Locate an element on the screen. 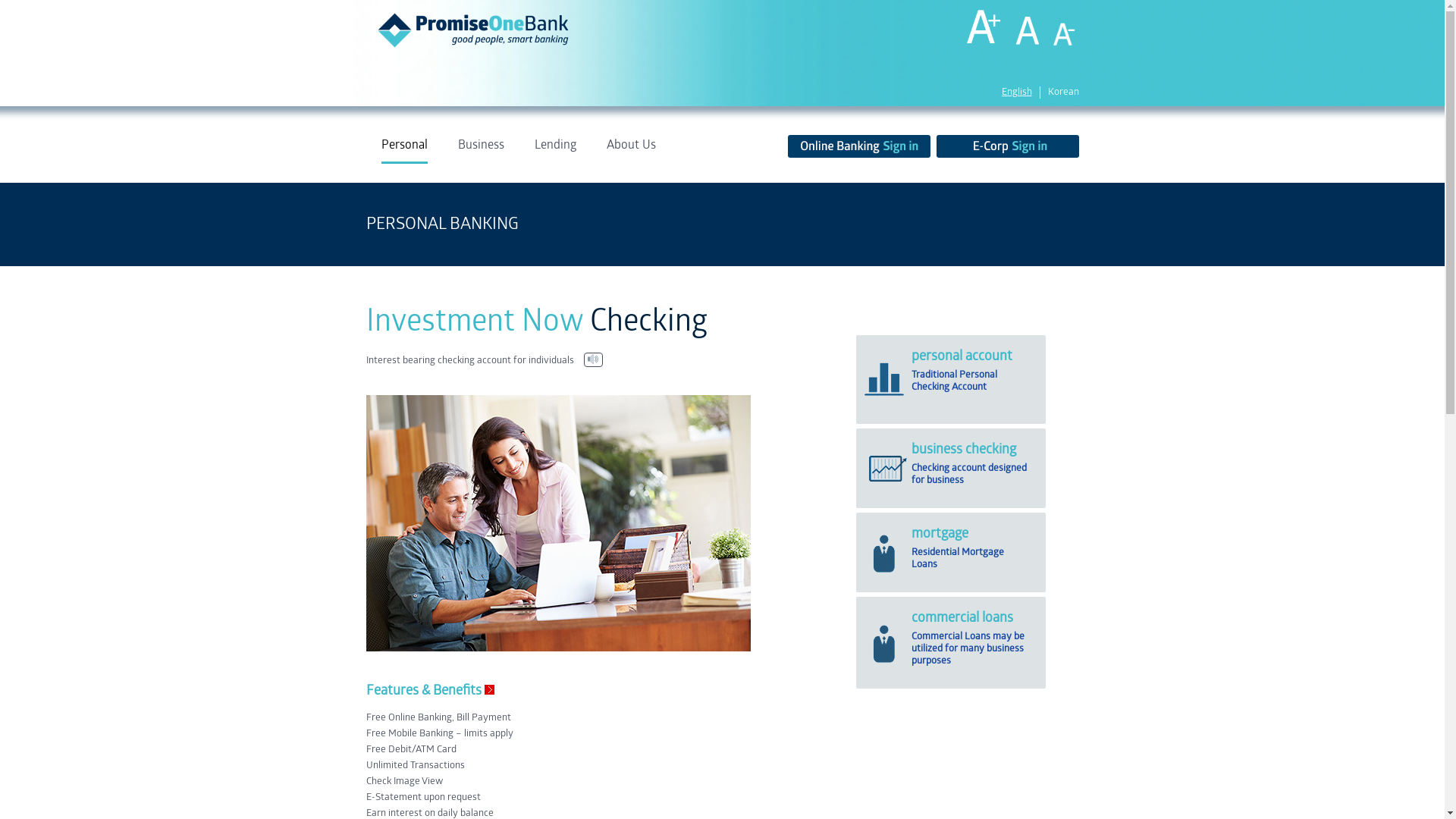 This screenshot has width=1456, height=819. 'Business' is located at coordinates (480, 151).